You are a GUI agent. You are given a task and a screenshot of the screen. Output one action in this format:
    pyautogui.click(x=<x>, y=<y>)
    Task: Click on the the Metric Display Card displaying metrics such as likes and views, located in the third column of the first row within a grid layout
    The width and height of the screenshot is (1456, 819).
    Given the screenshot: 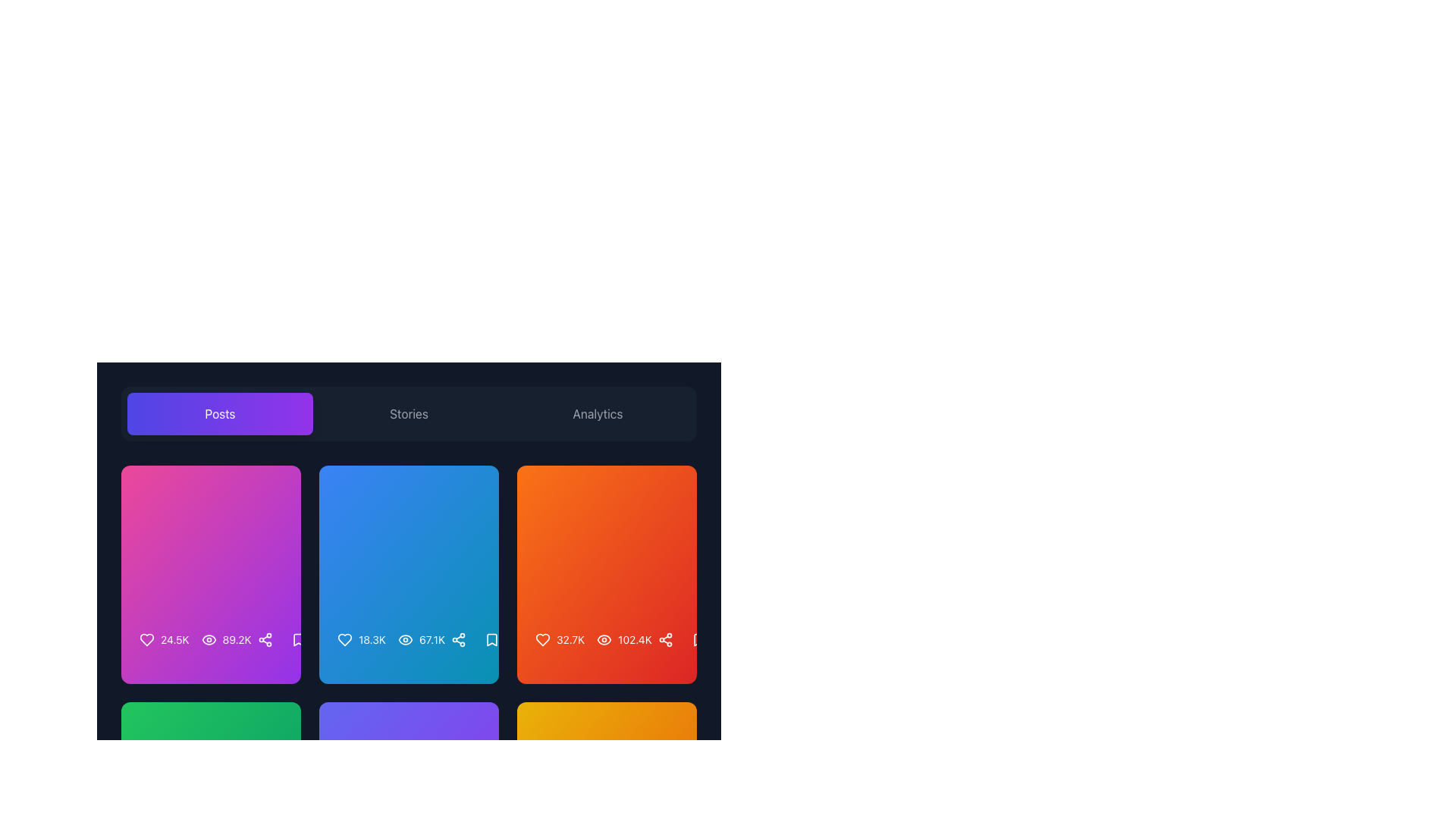 What is the action you would take?
    pyautogui.click(x=607, y=575)
    